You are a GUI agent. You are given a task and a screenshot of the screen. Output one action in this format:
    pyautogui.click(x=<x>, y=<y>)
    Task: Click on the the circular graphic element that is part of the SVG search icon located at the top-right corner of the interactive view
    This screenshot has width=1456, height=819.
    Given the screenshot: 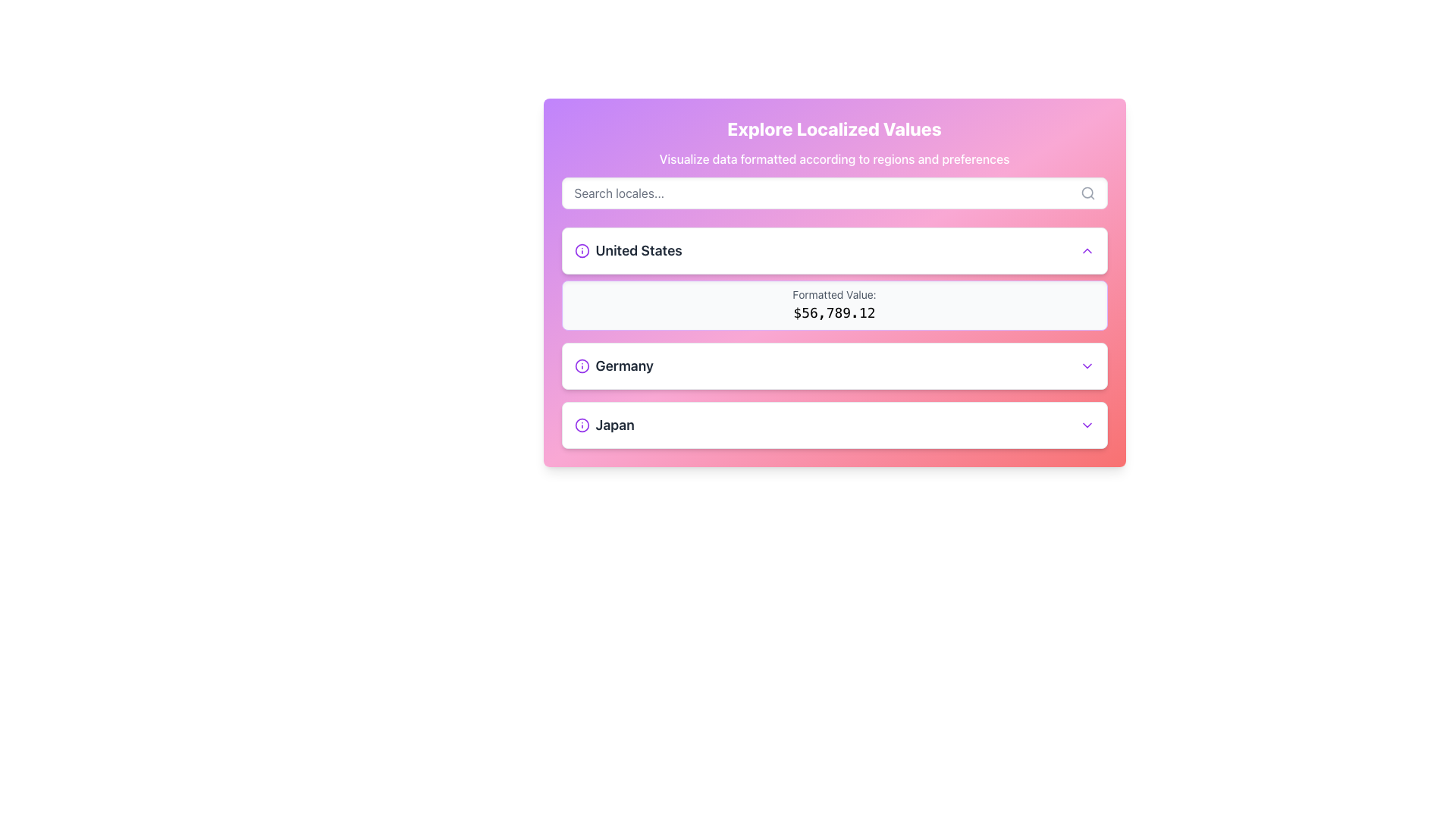 What is the action you would take?
    pyautogui.click(x=1086, y=192)
    